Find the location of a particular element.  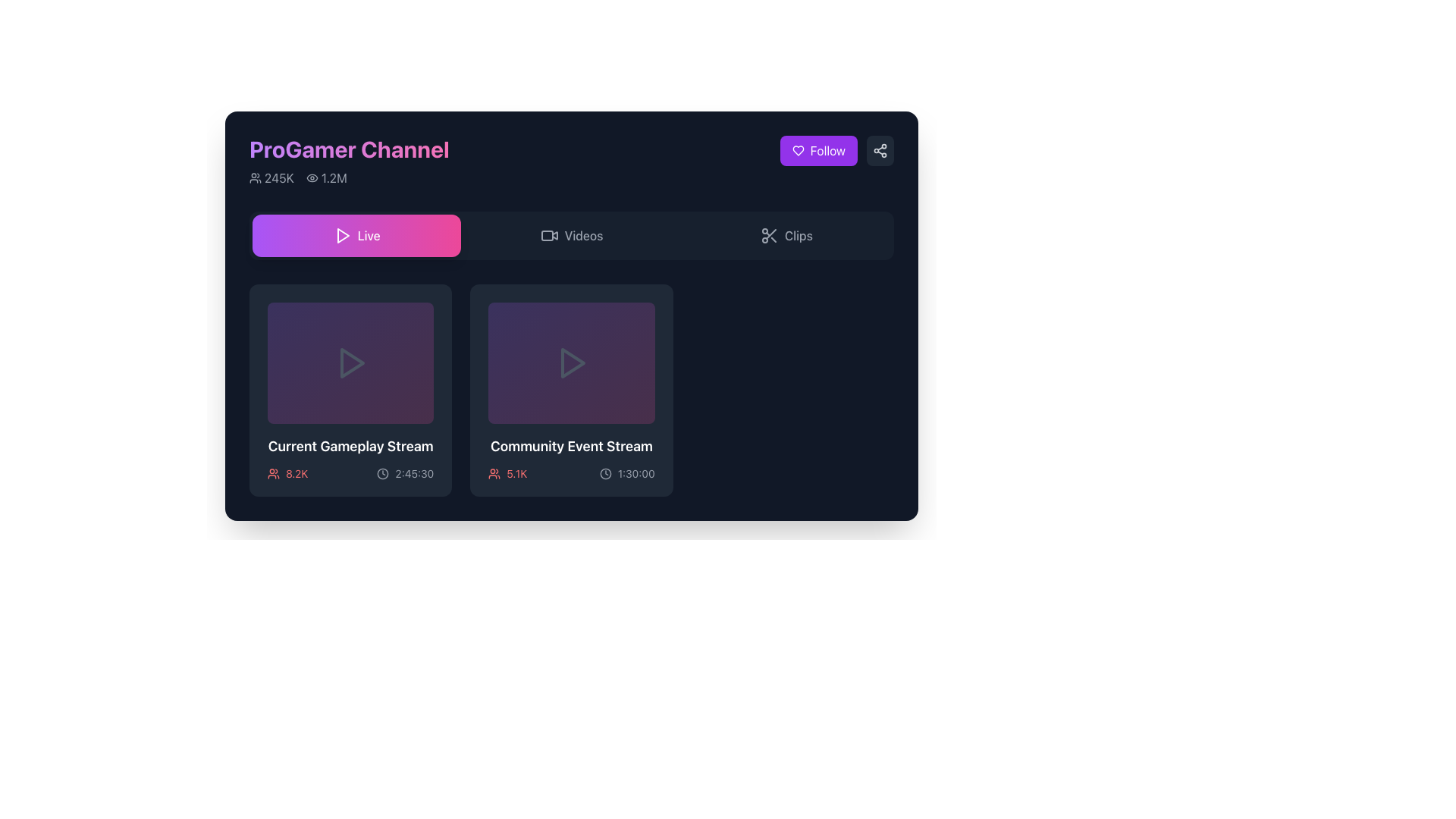

the 'Follow' button with a purple background and white heart icon to observe the hover effects is located at coordinates (836, 151).